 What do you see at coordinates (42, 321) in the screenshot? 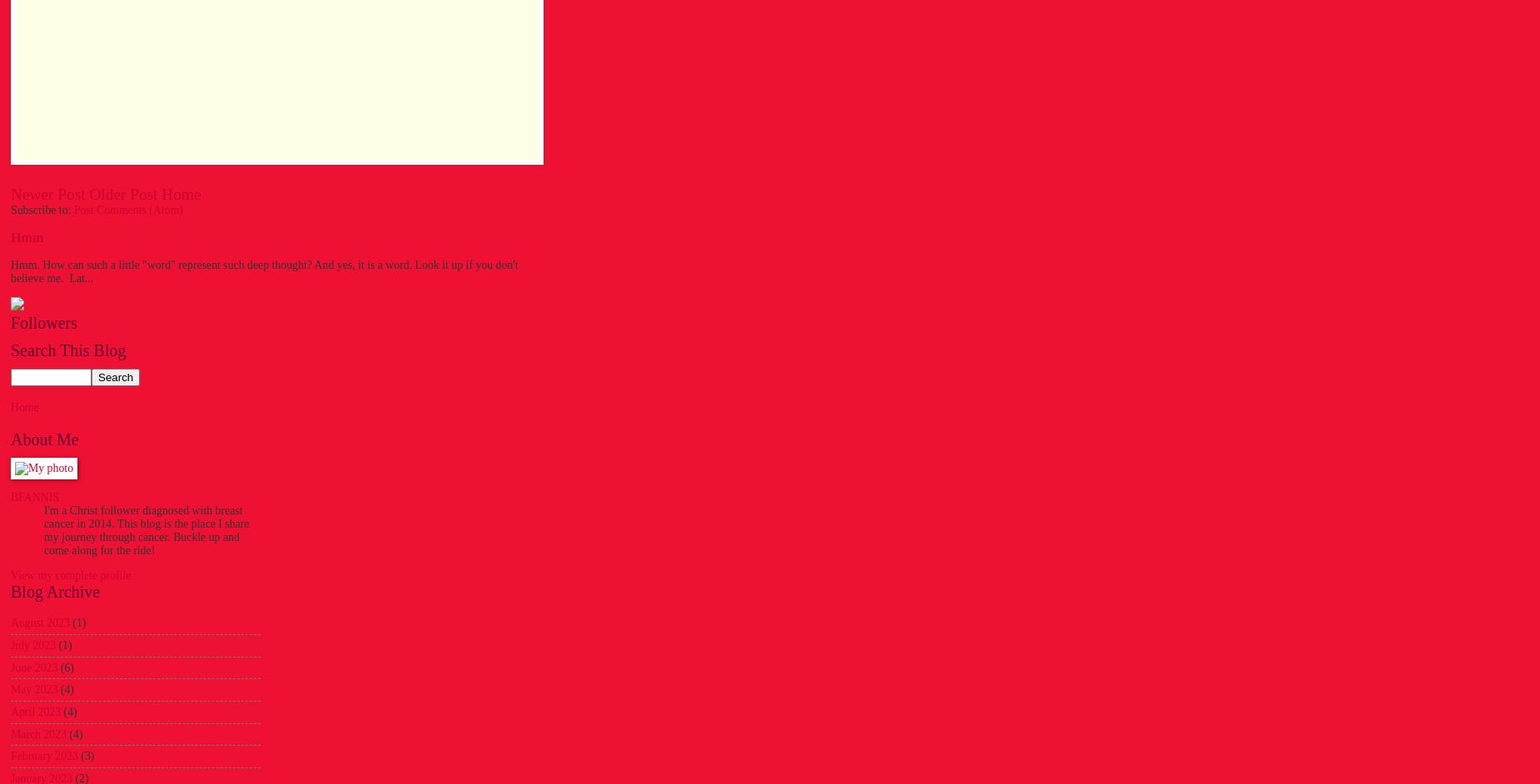
I see `'Followers'` at bounding box center [42, 321].